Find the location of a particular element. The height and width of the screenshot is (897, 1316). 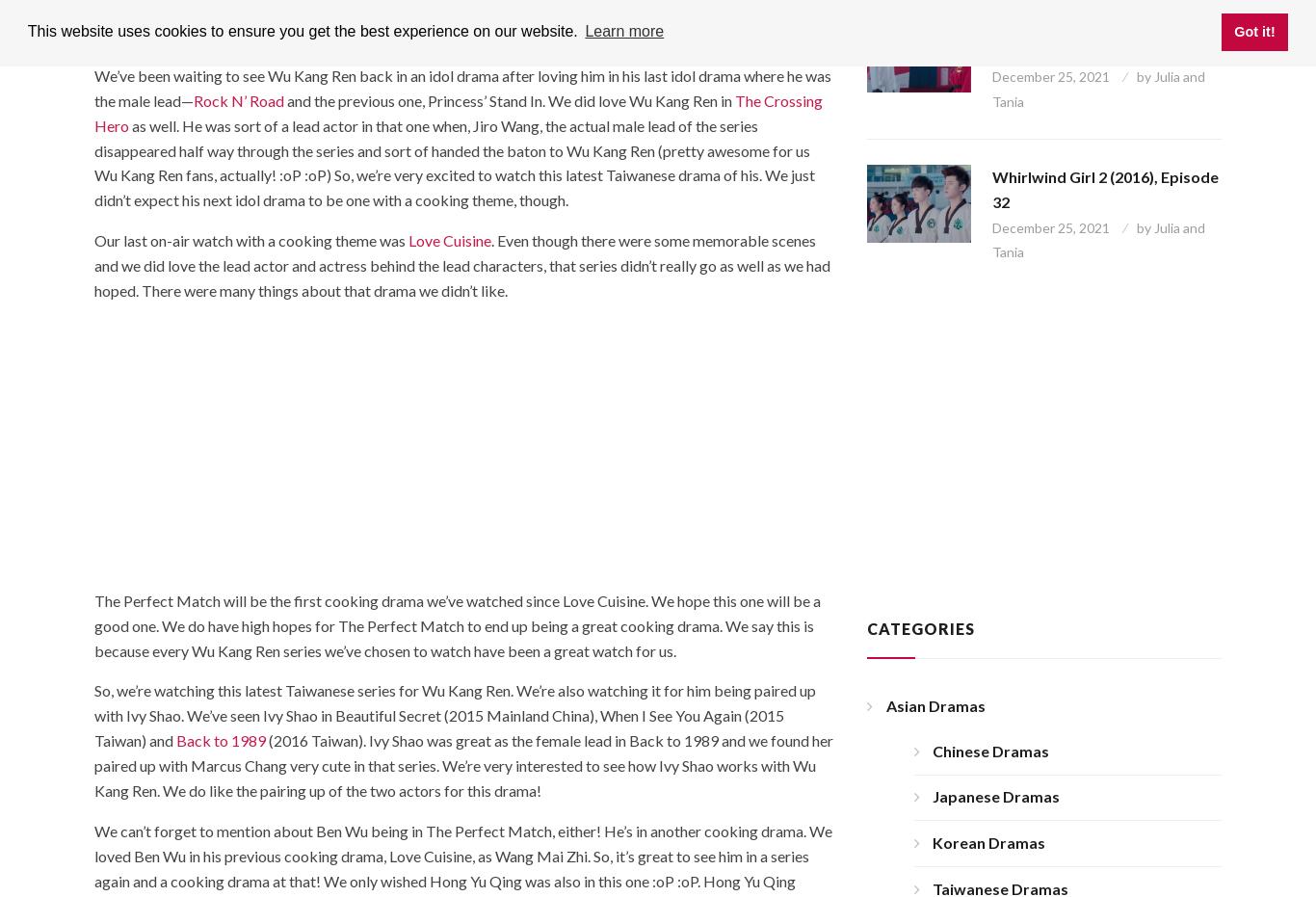

'Categories' is located at coordinates (921, 627).